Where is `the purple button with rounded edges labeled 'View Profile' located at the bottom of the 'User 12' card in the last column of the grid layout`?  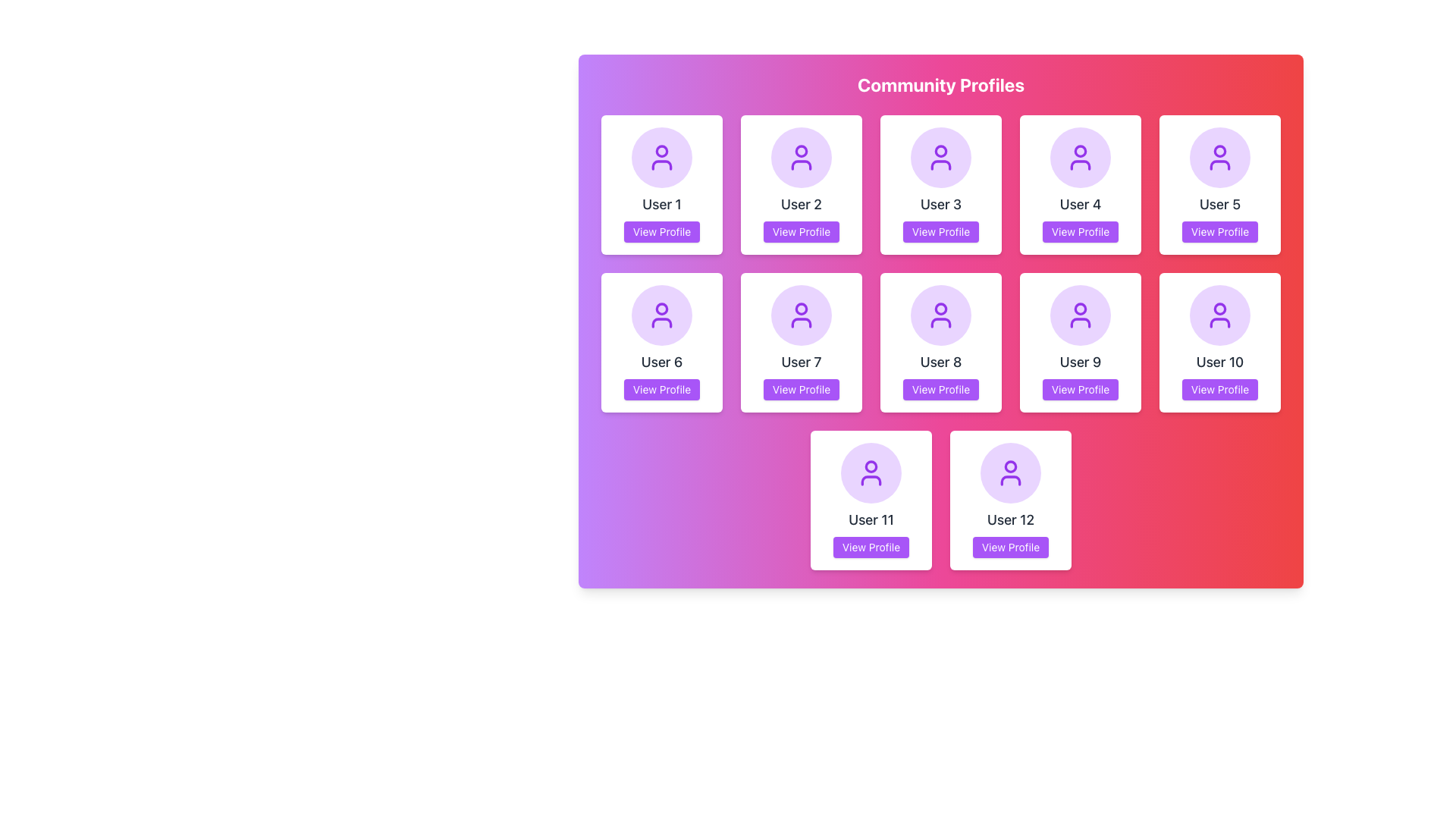 the purple button with rounded edges labeled 'View Profile' located at the bottom of the 'User 12' card in the last column of the grid layout is located at coordinates (1011, 547).